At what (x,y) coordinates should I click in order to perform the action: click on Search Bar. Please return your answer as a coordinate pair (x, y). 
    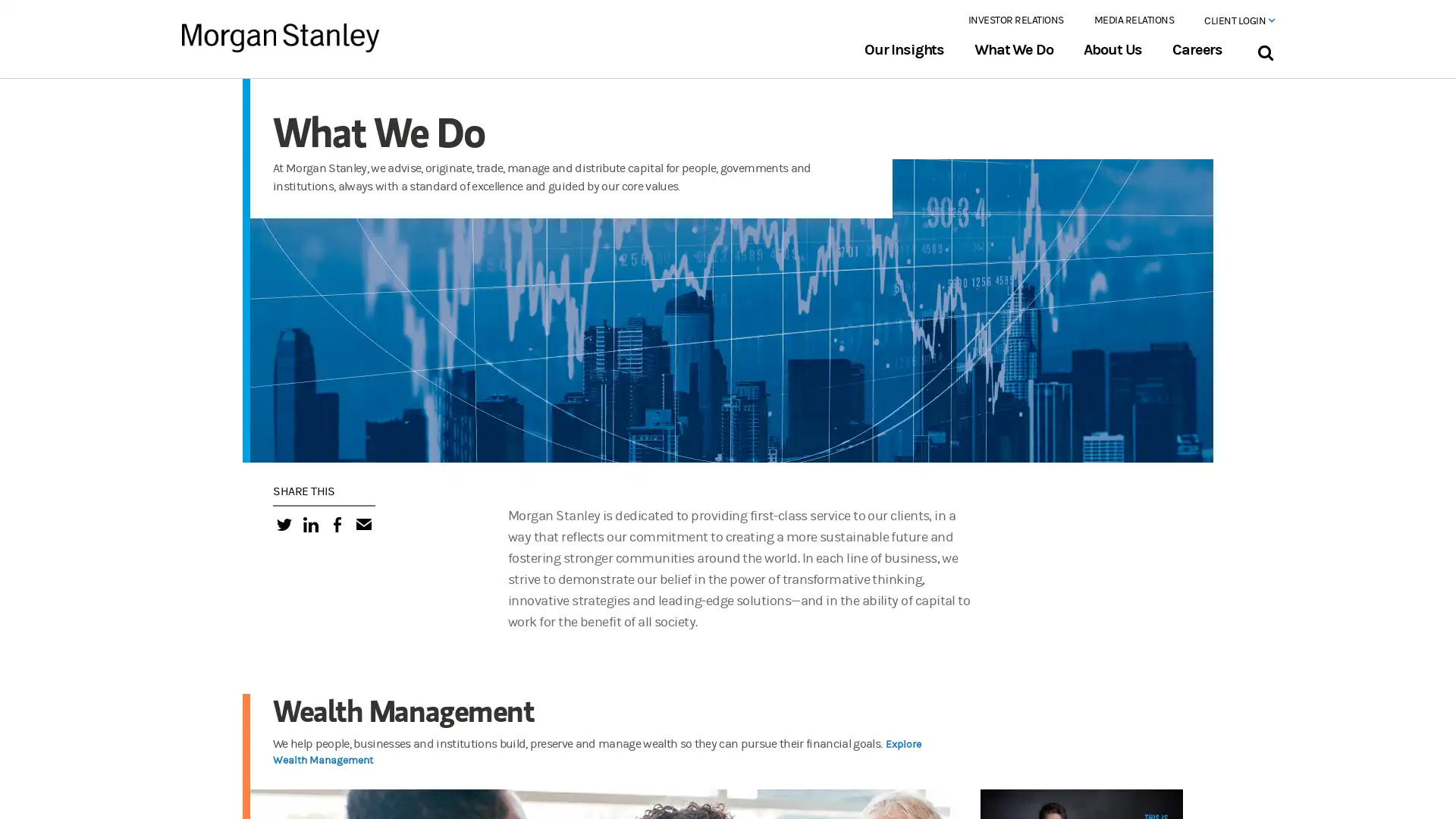
    Looking at the image, I should click on (1265, 49).